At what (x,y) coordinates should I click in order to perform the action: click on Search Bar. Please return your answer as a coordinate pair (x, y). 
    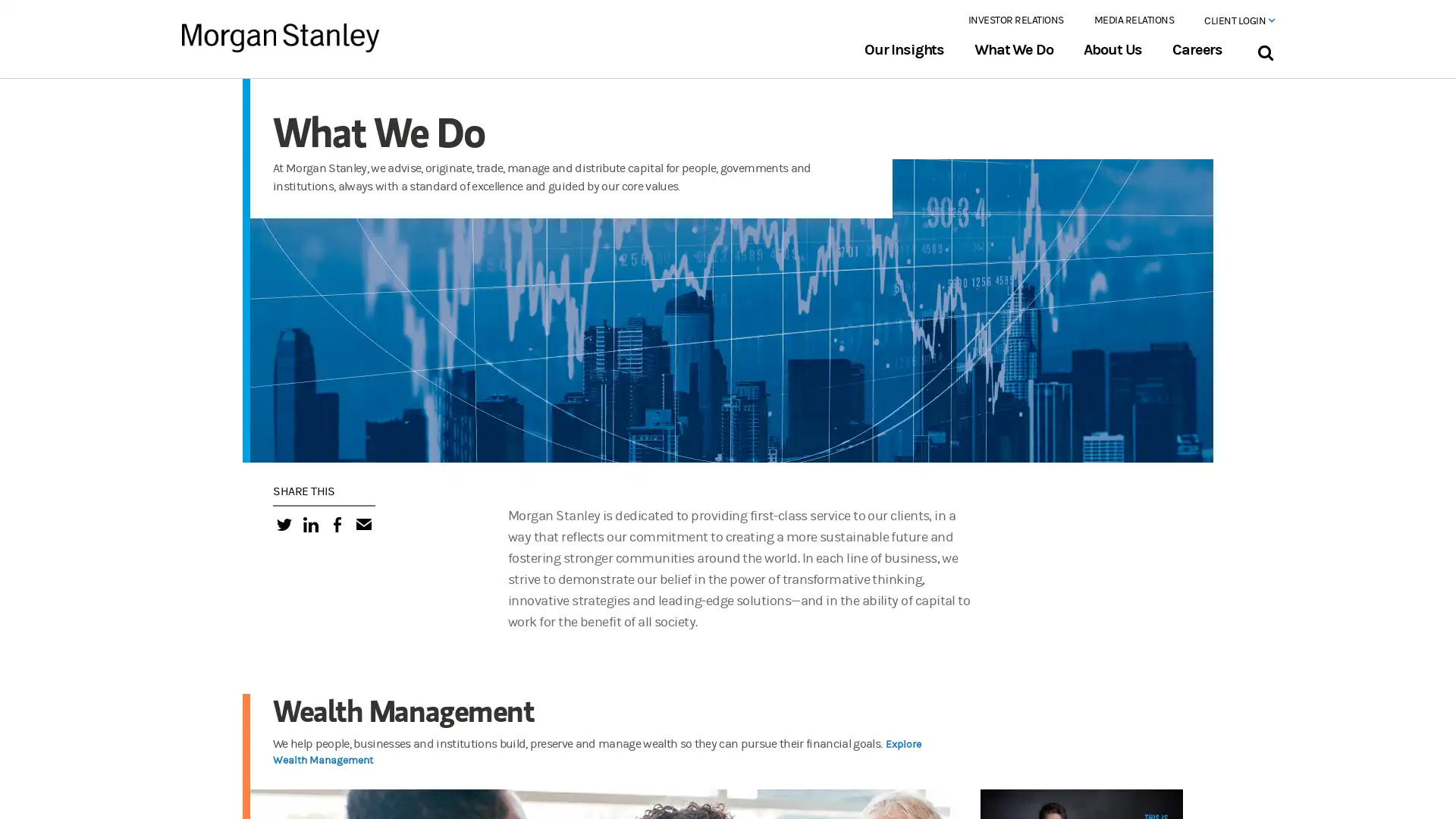
    Looking at the image, I should click on (1265, 49).